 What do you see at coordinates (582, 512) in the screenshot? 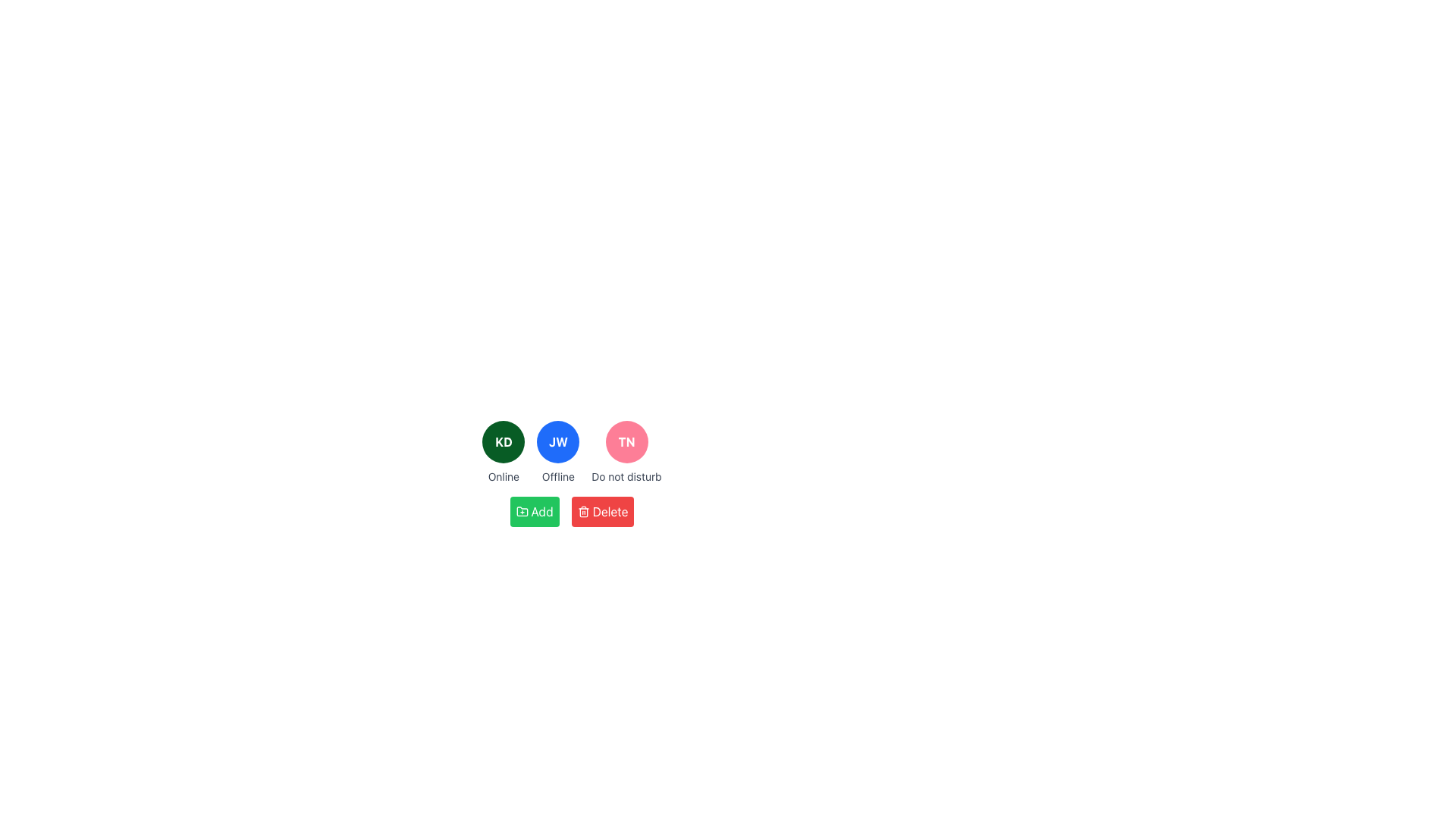
I see `the trash bin icon located within the red 'Delete' button` at bounding box center [582, 512].